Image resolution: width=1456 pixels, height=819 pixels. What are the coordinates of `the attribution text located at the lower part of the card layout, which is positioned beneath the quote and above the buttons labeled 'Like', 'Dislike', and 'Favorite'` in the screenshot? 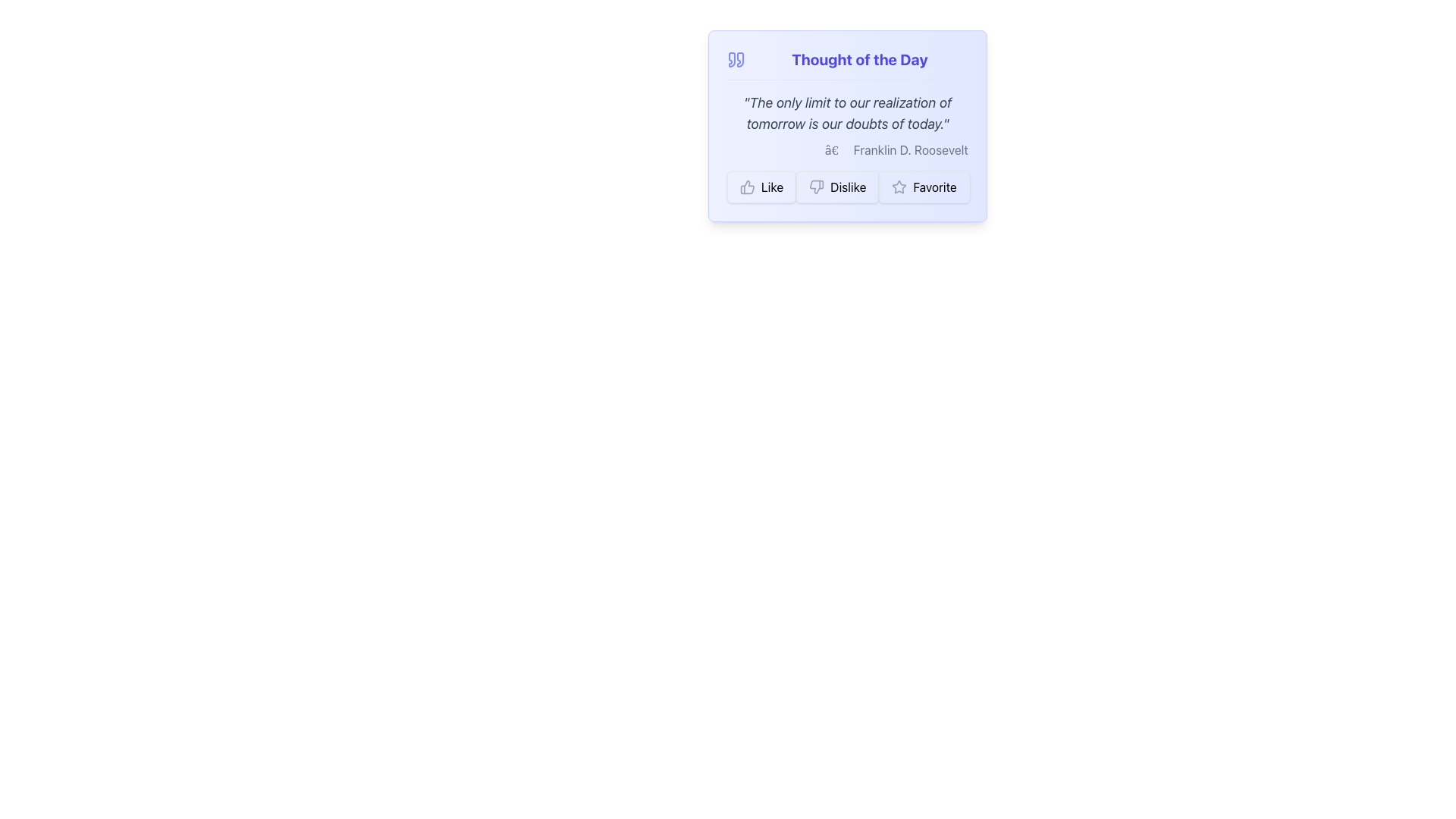 It's located at (847, 149).